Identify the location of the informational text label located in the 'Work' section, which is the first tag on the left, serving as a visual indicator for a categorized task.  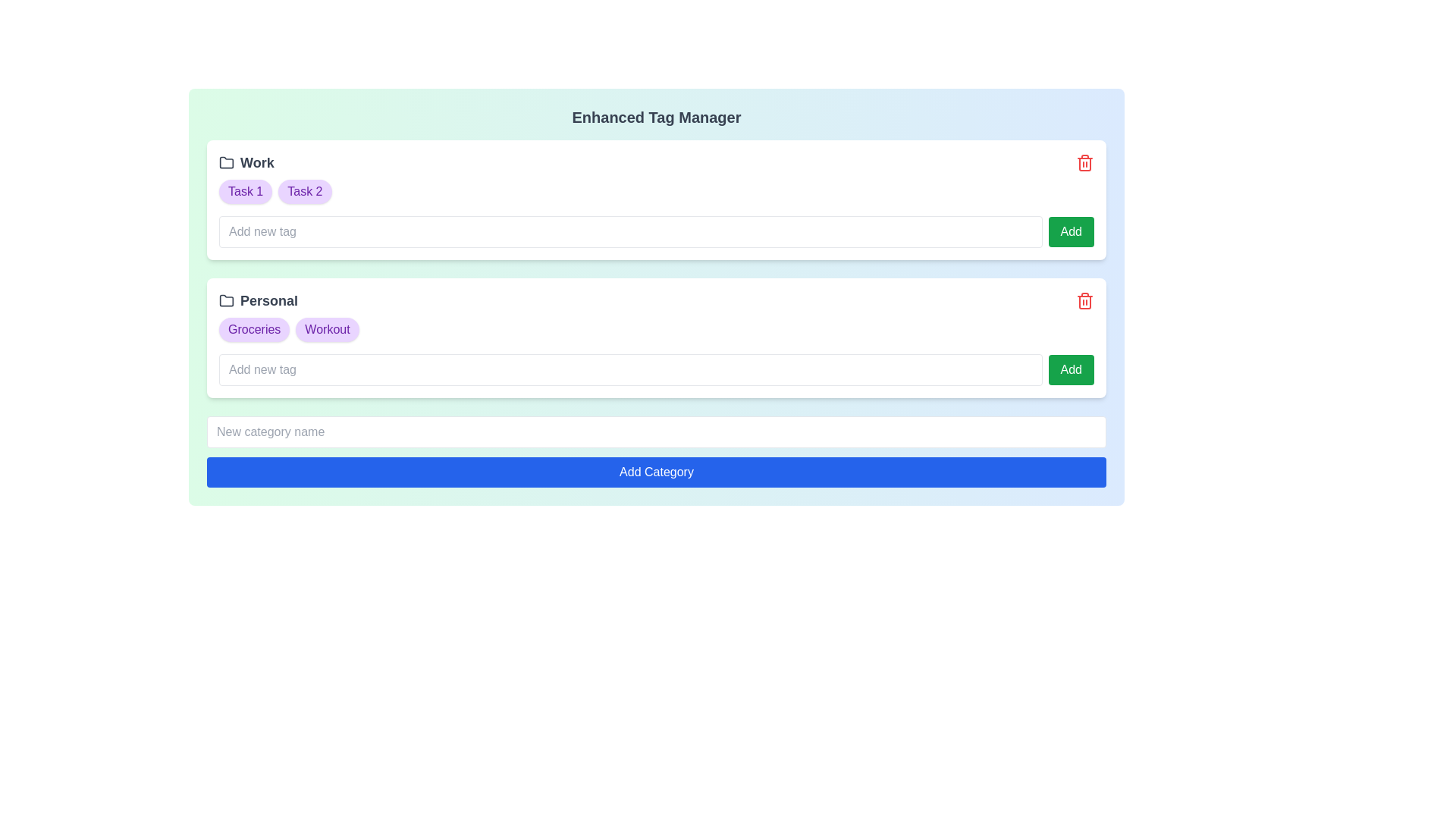
(246, 191).